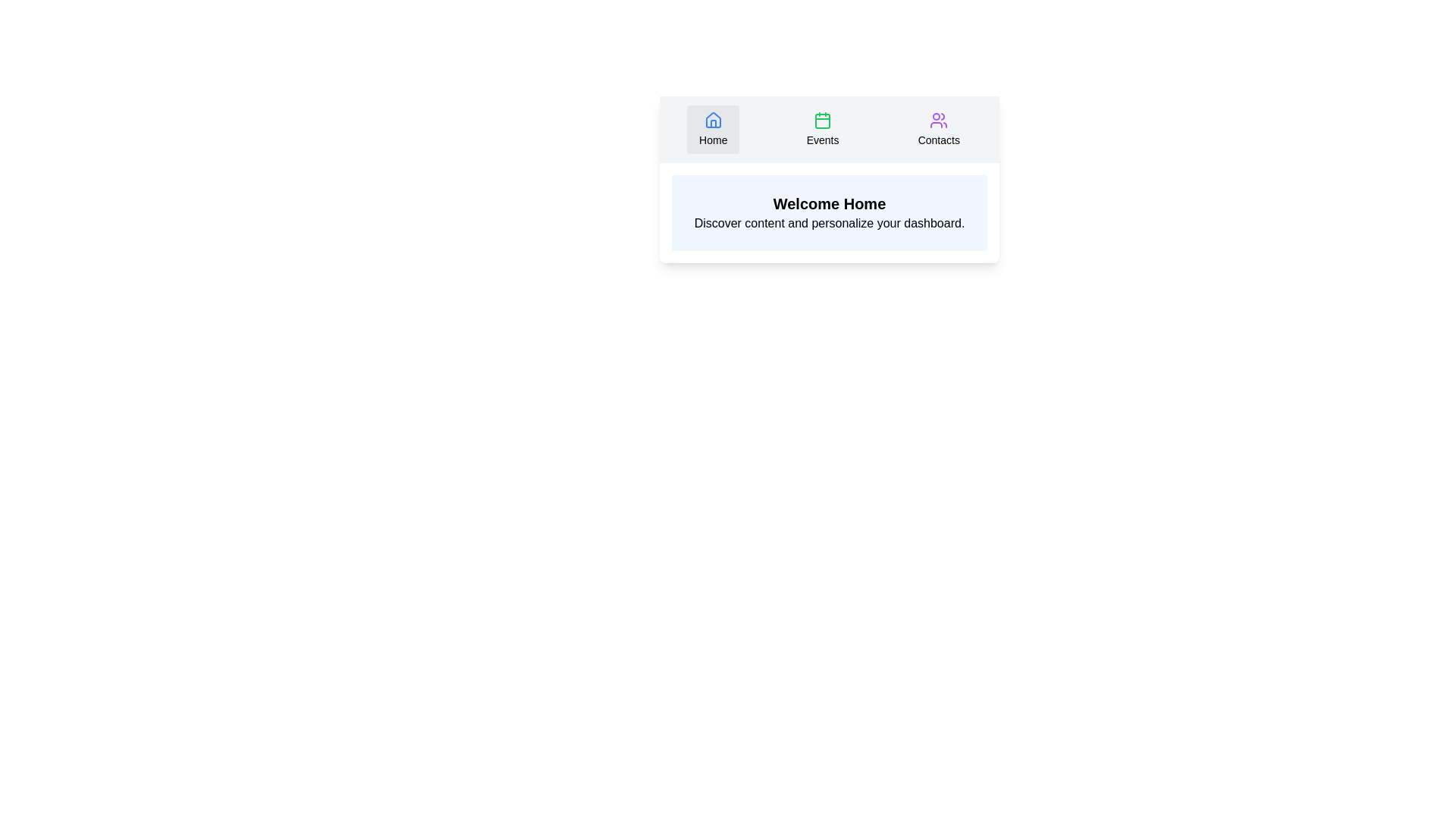 The height and width of the screenshot is (819, 1456). What do you see at coordinates (712, 128) in the screenshot?
I see `the tab button labeled Home` at bounding box center [712, 128].